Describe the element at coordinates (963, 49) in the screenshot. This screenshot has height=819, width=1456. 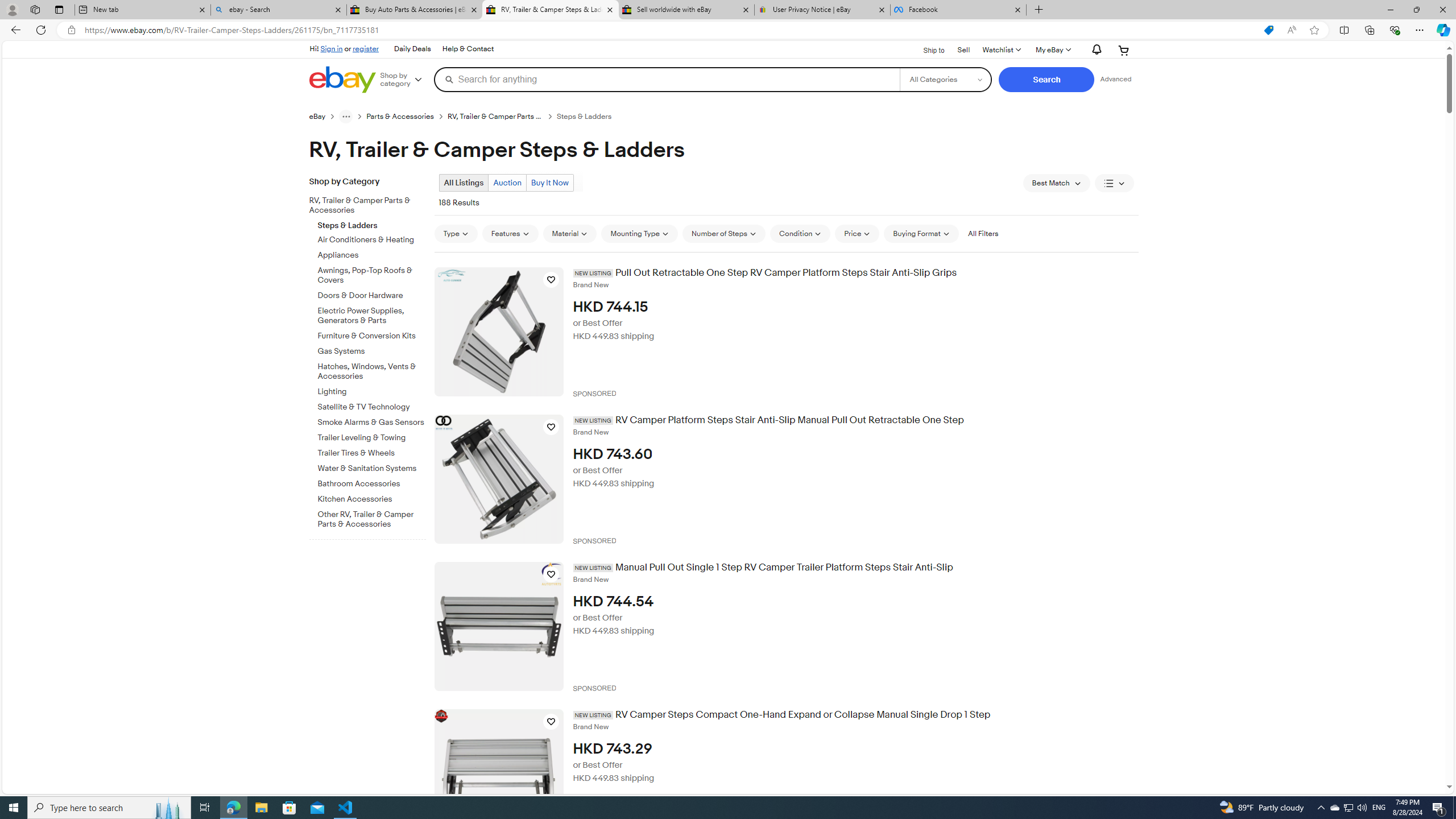
I see `'Sell'` at that location.